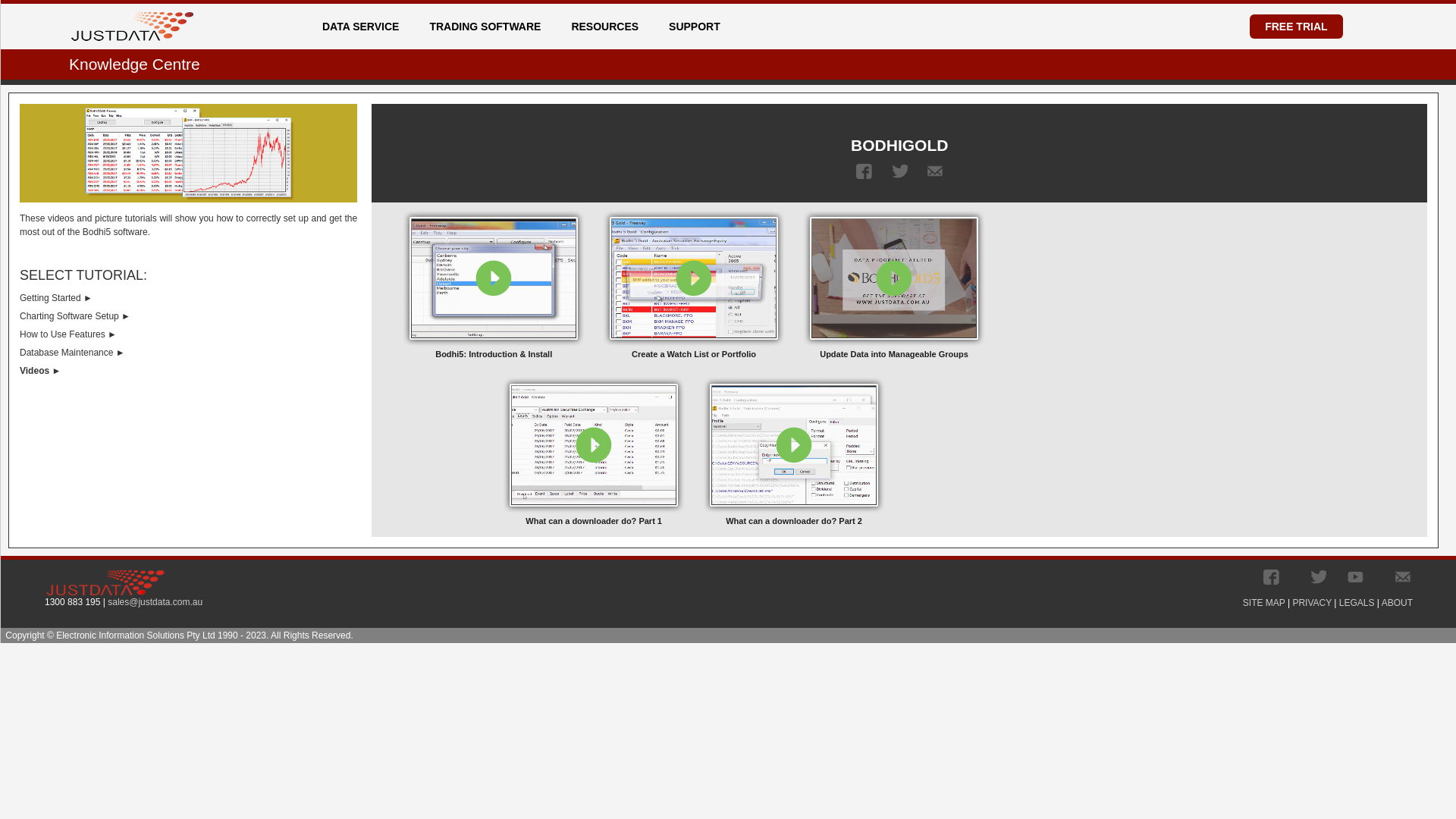 This screenshot has width=1456, height=819. Describe the element at coordinates (1310, 576) in the screenshot. I see `'JustData's Tweets'` at that location.